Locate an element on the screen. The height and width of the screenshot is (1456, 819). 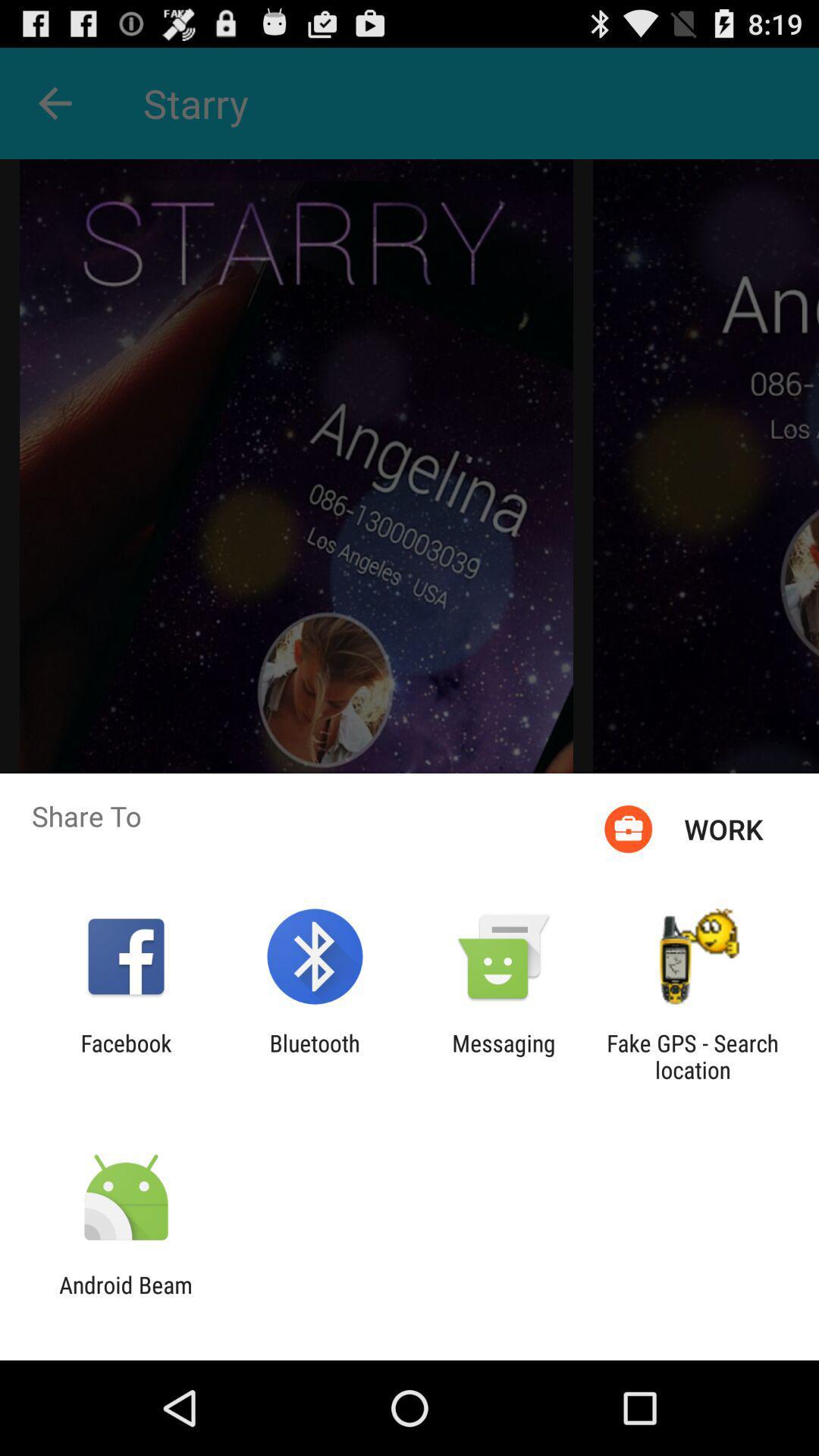
android beam is located at coordinates (125, 1298).